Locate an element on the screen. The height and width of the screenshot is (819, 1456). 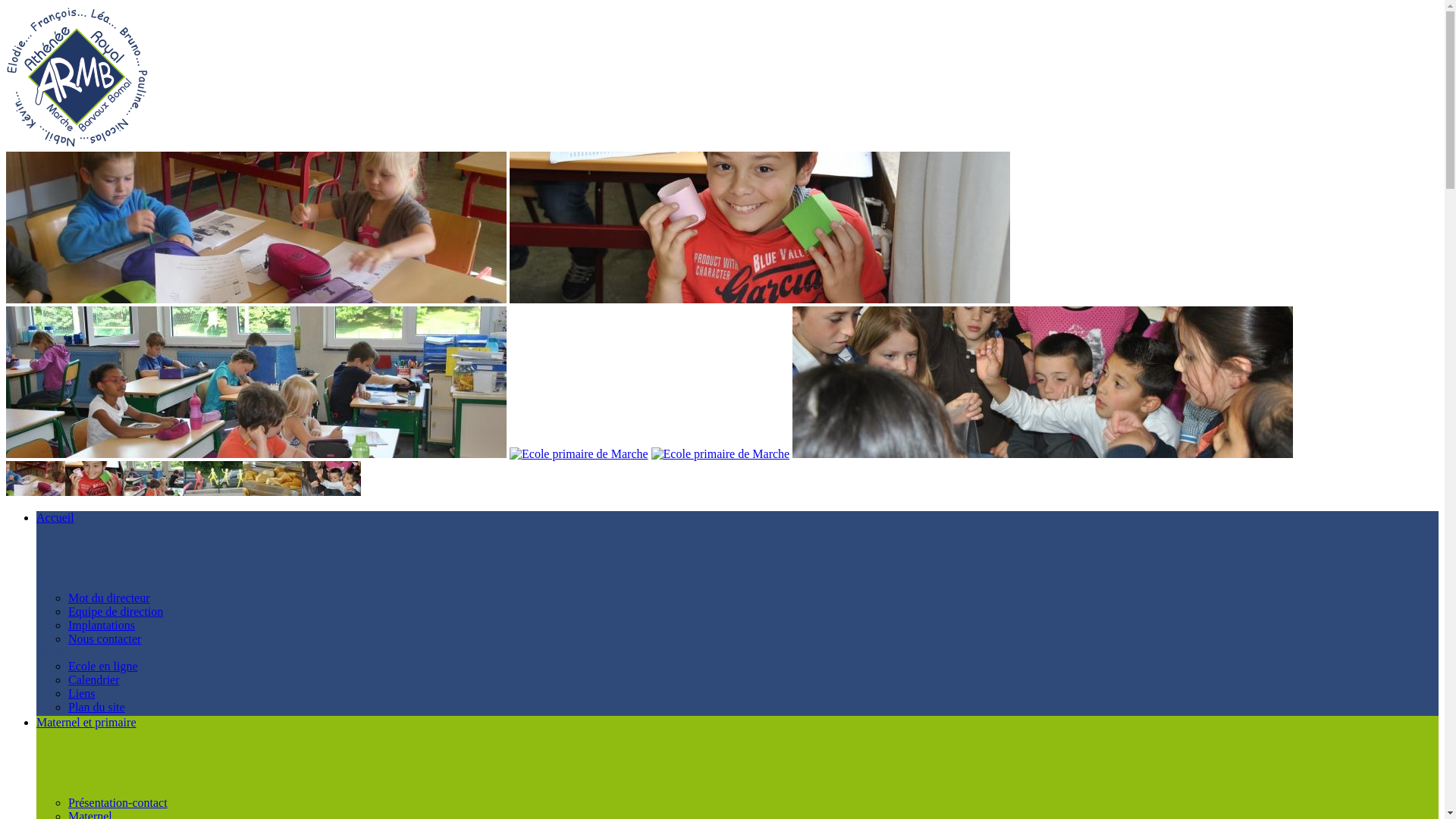
'Ecole en ligne' is located at coordinates (102, 665).